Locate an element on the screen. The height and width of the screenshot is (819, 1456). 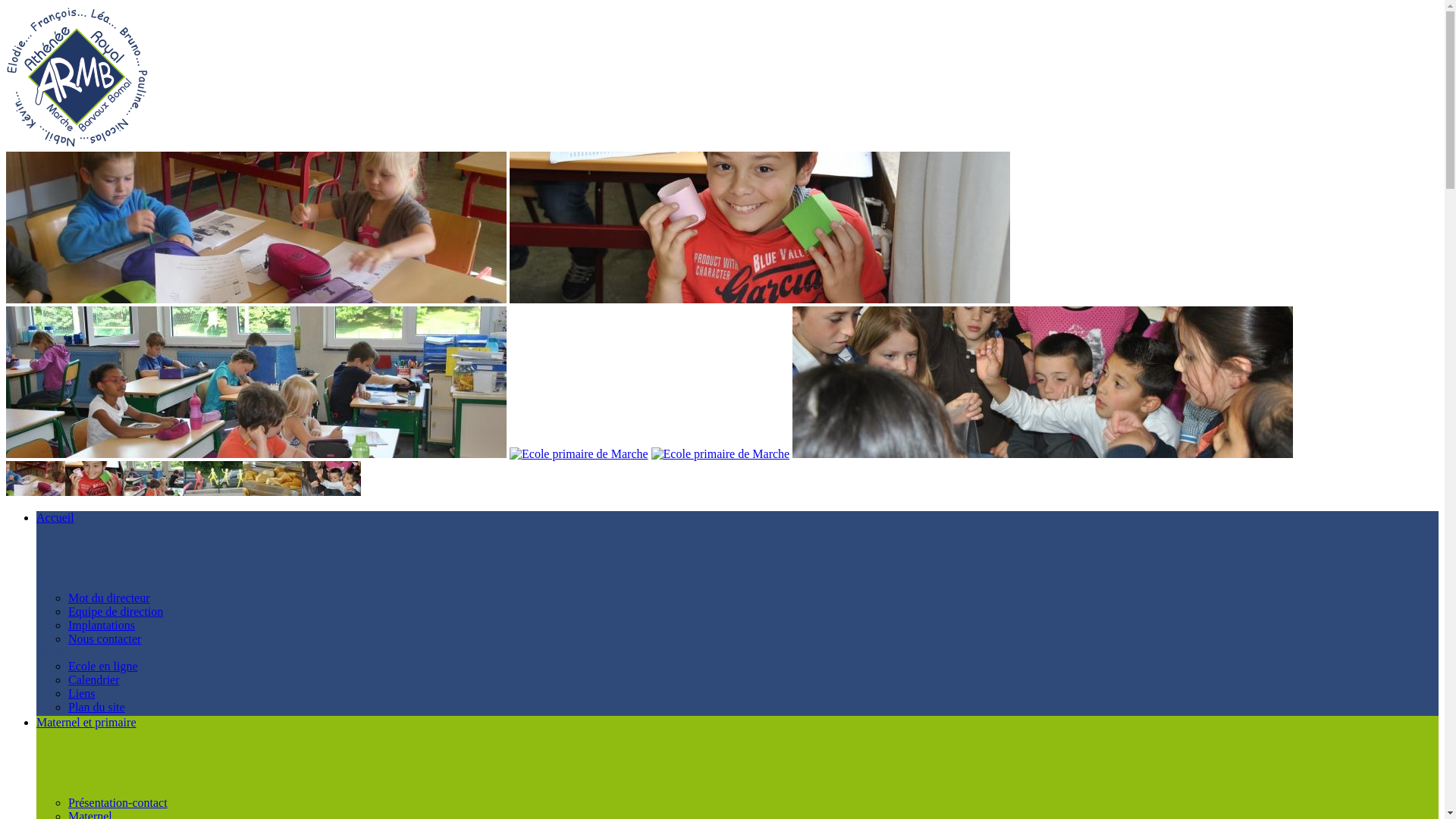
'Ecole en ligne' is located at coordinates (102, 665).